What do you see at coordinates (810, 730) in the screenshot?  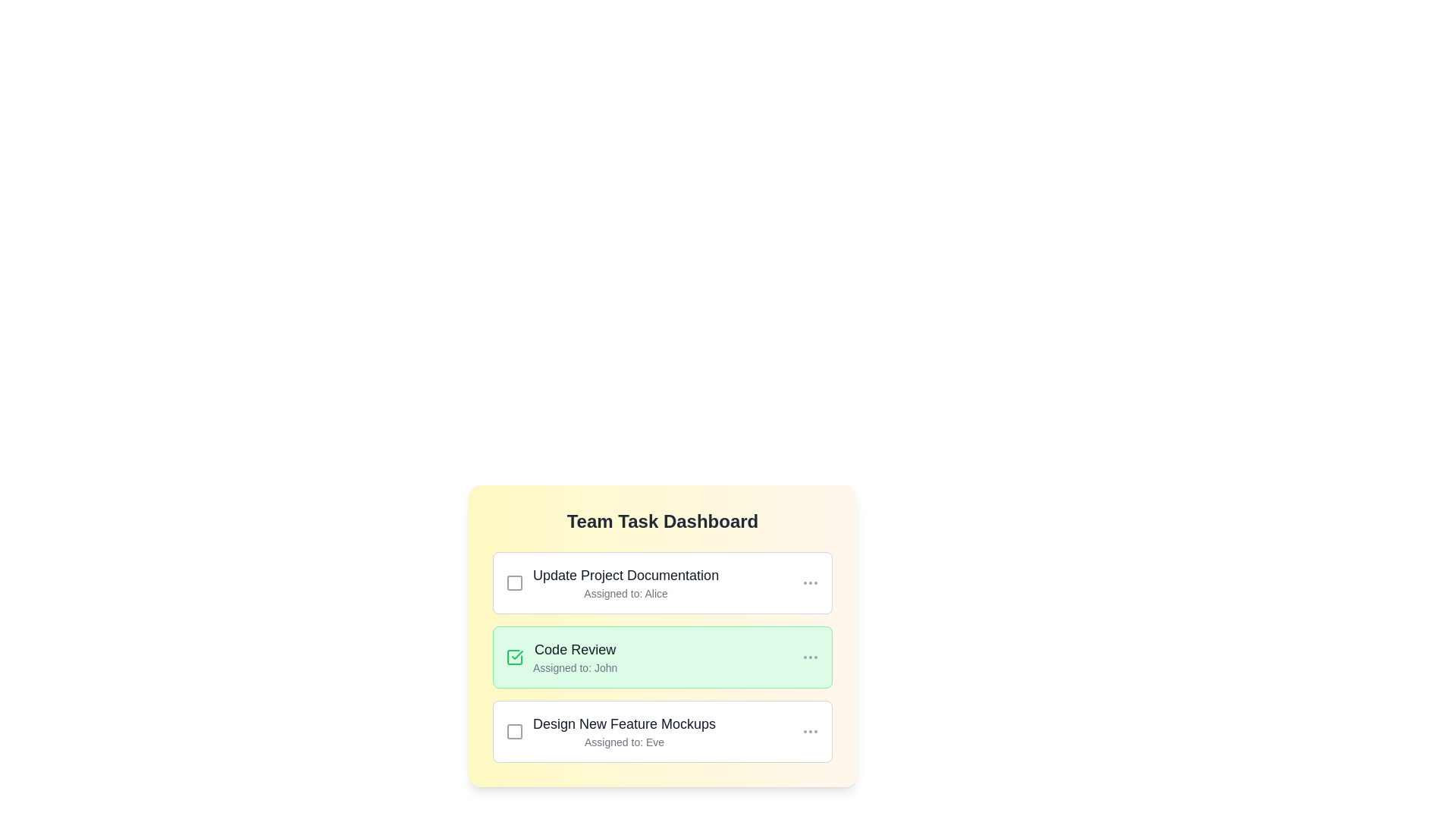 I see `the 'More' button for the task 'Design New Feature Mockups'` at bounding box center [810, 730].